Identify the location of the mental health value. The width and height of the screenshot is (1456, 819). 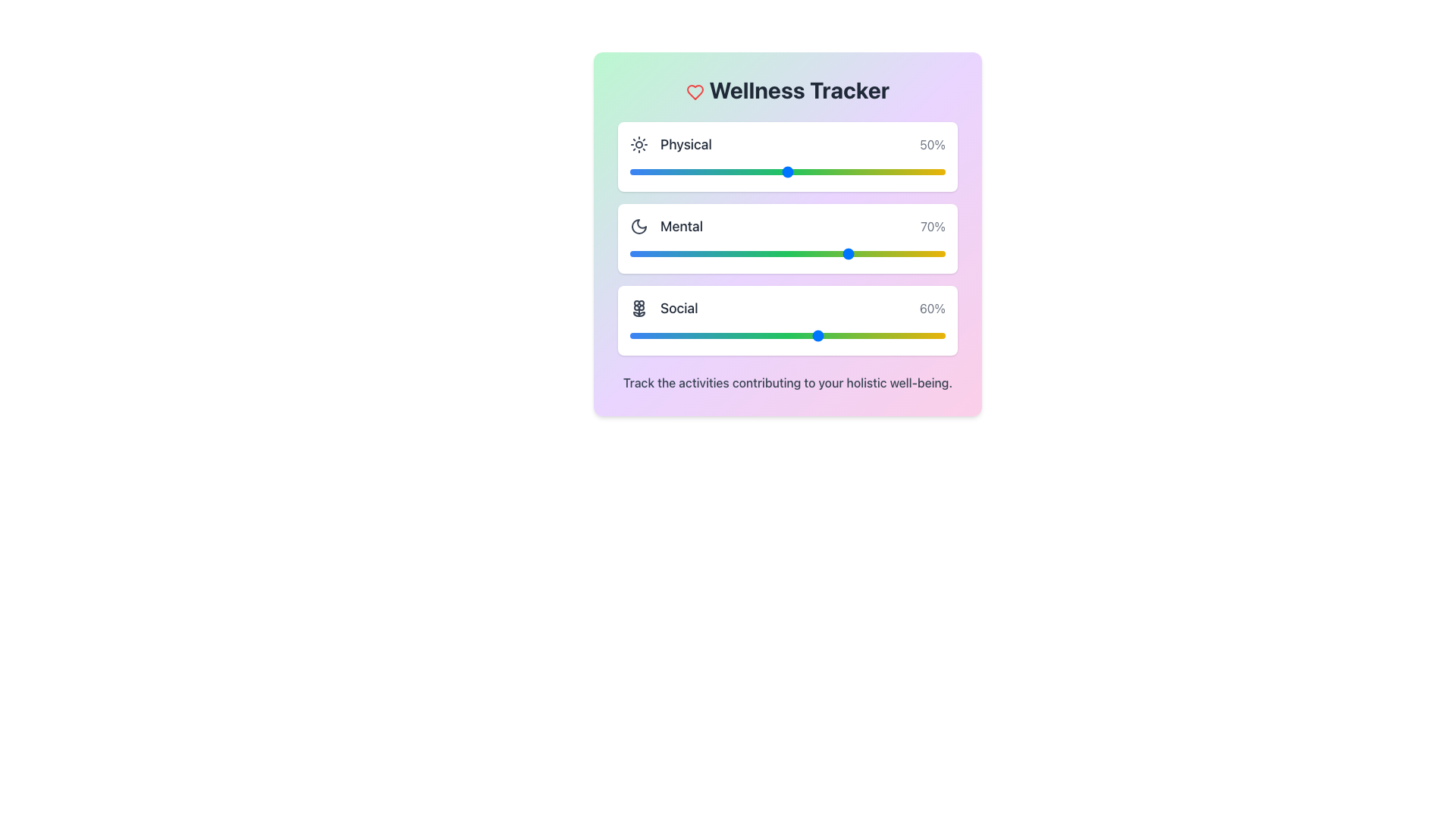
(935, 253).